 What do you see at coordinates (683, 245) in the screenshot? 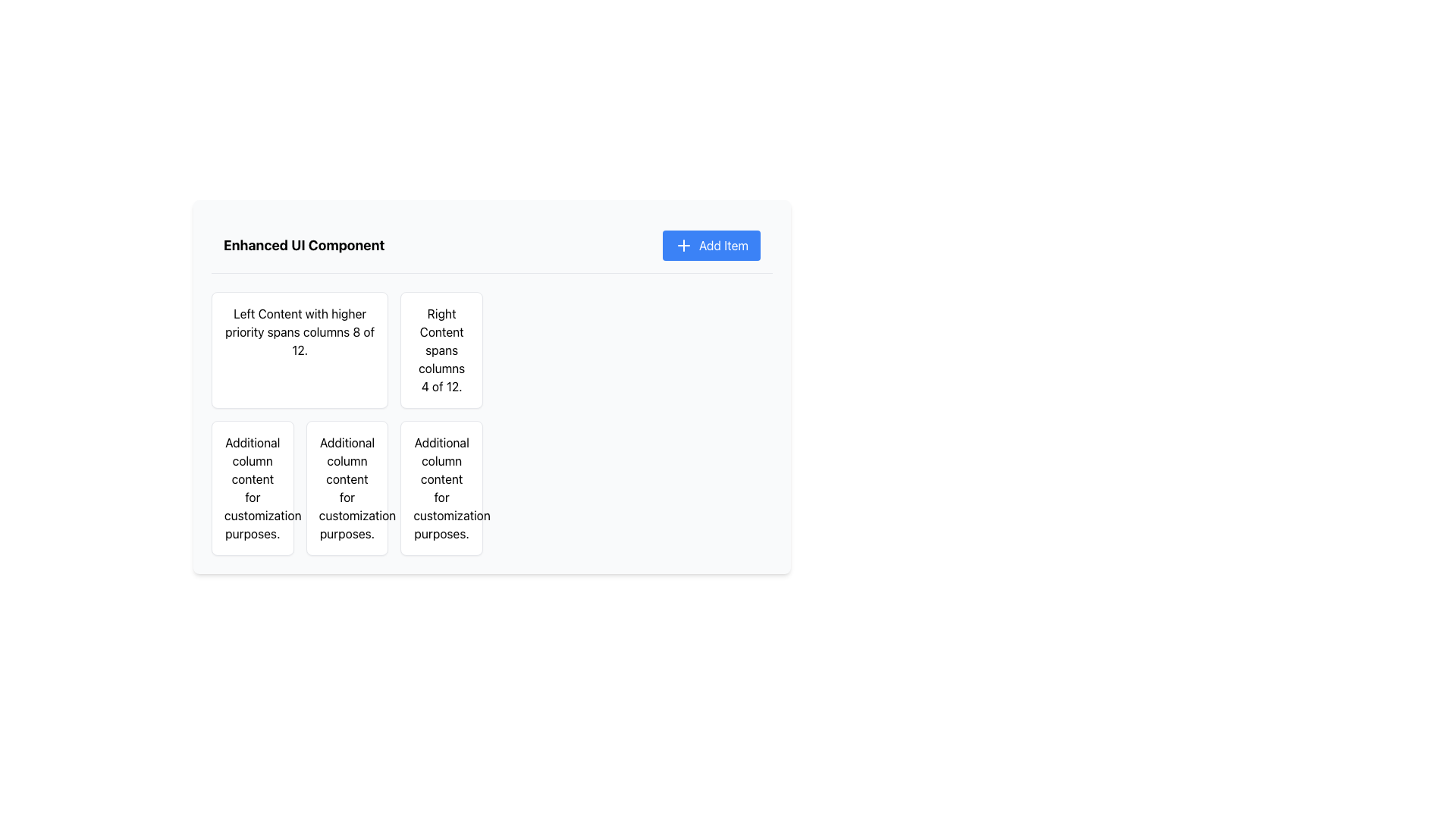
I see `the 'plus' icon located within the blue 'Add Item' button in the top-right corner of the UI` at bounding box center [683, 245].